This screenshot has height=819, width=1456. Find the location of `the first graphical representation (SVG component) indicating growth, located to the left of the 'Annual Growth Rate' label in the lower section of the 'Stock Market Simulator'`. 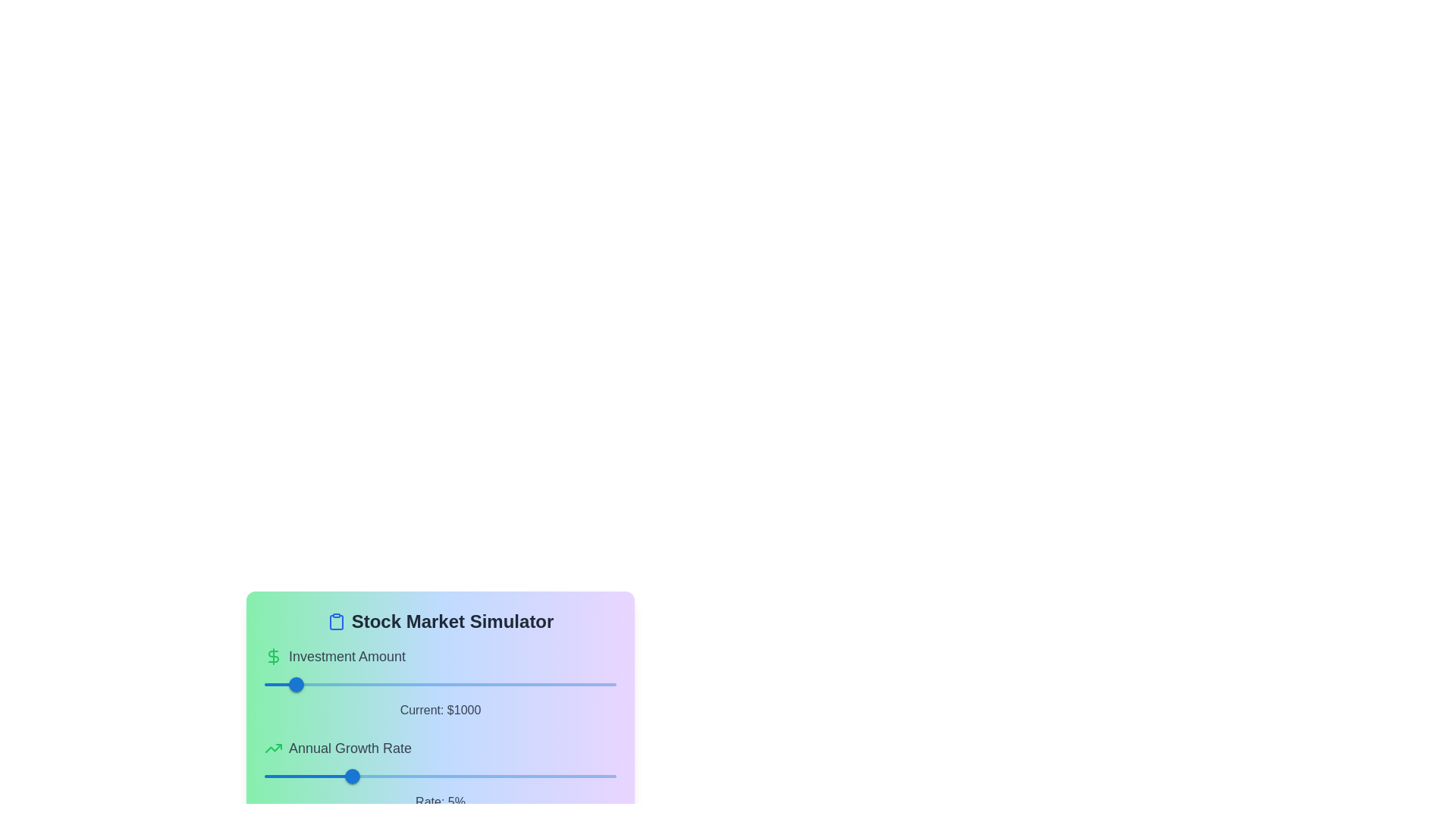

the first graphical representation (SVG component) indicating growth, located to the left of the 'Annual Growth Rate' label in the lower section of the 'Stock Market Simulator' is located at coordinates (273, 748).